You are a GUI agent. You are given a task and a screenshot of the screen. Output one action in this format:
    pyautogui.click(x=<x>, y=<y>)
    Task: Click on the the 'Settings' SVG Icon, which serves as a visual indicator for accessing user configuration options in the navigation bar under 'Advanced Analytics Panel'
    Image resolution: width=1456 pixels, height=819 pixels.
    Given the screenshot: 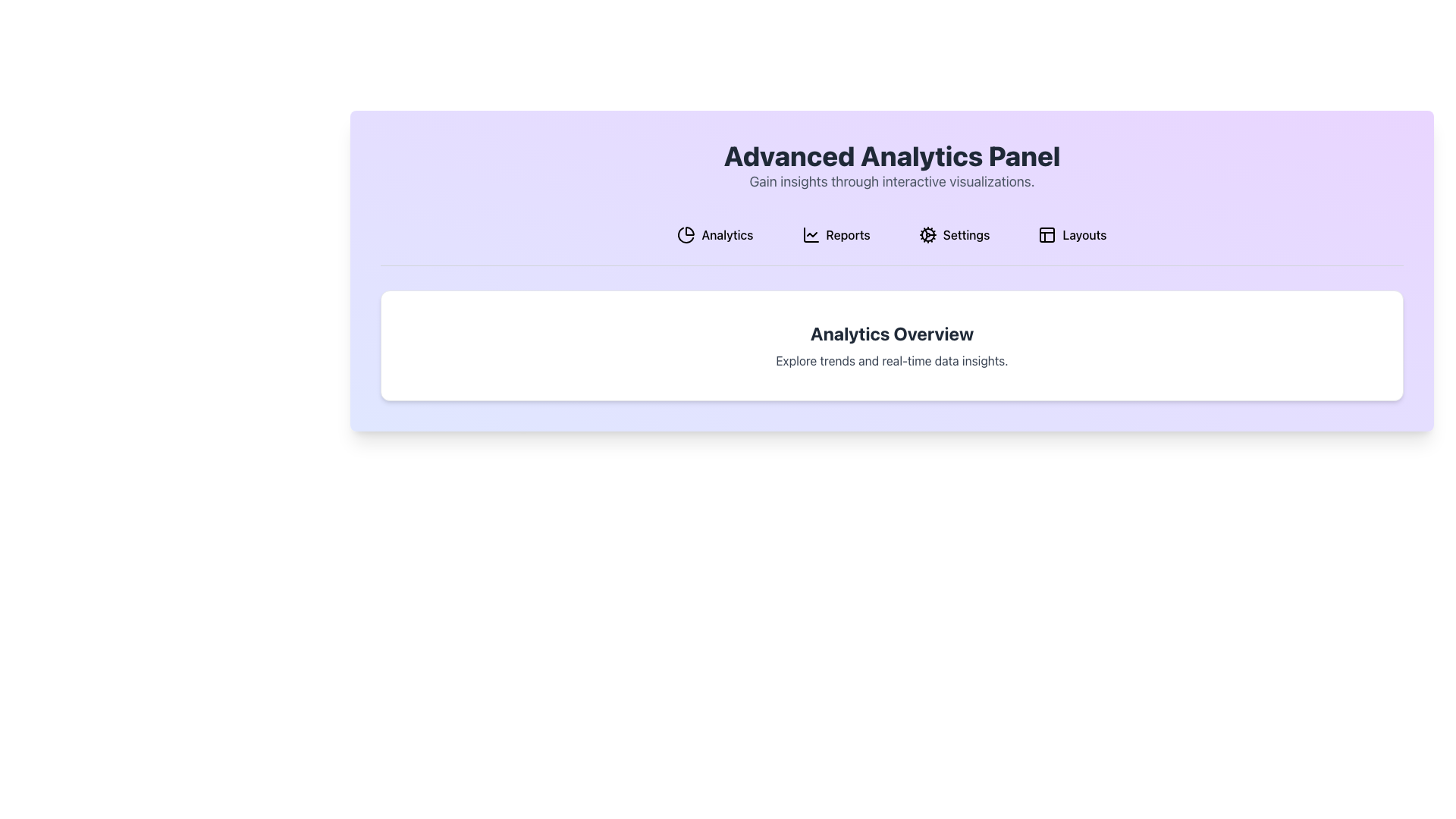 What is the action you would take?
    pyautogui.click(x=927, y=234)
    